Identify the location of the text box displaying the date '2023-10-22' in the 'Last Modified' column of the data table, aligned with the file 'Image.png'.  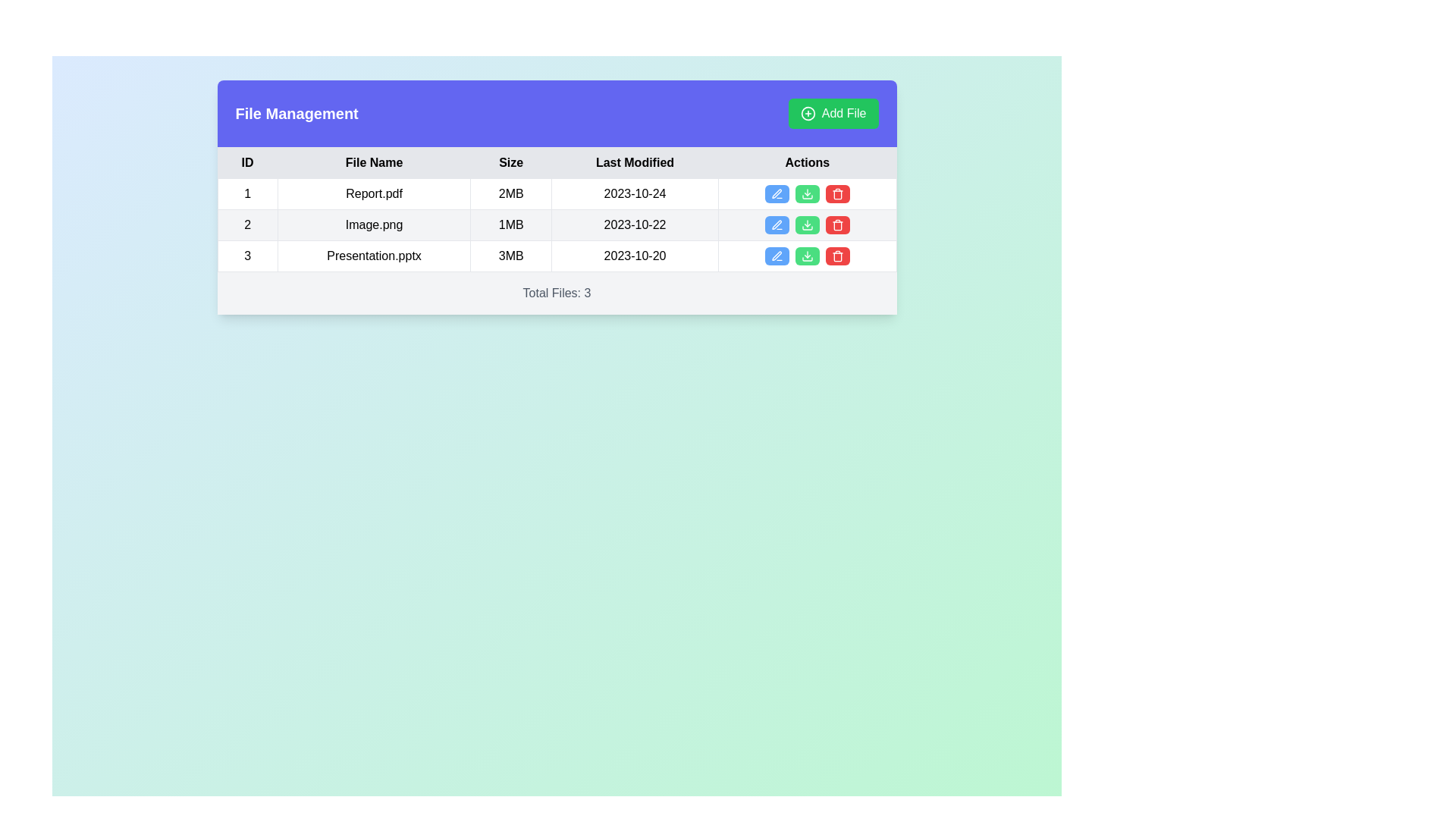
(635, 225).